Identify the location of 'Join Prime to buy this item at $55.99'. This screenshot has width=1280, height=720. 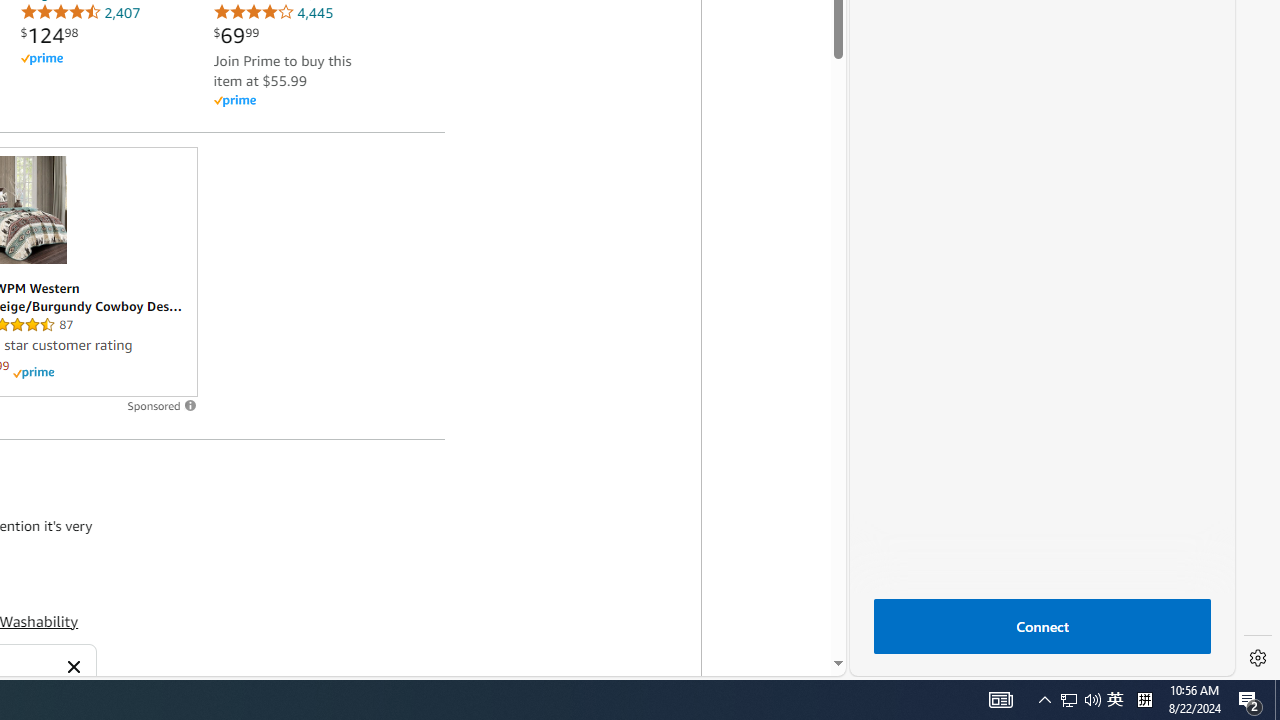
(281, 69).